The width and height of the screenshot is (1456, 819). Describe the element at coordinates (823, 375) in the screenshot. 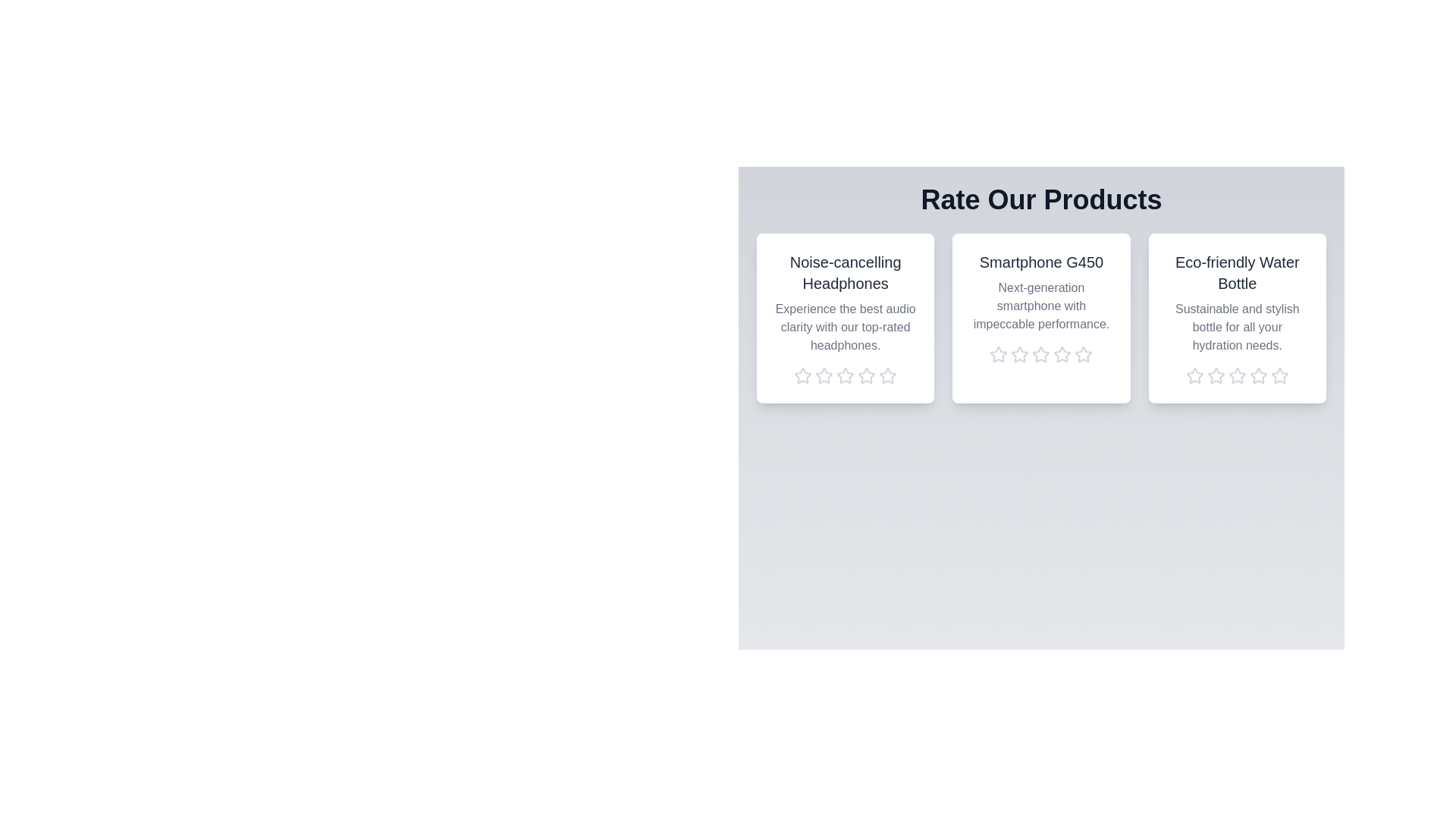

I see `the rating of the product 'Noise-cancelling Headphones' to 2 stars` at that location.